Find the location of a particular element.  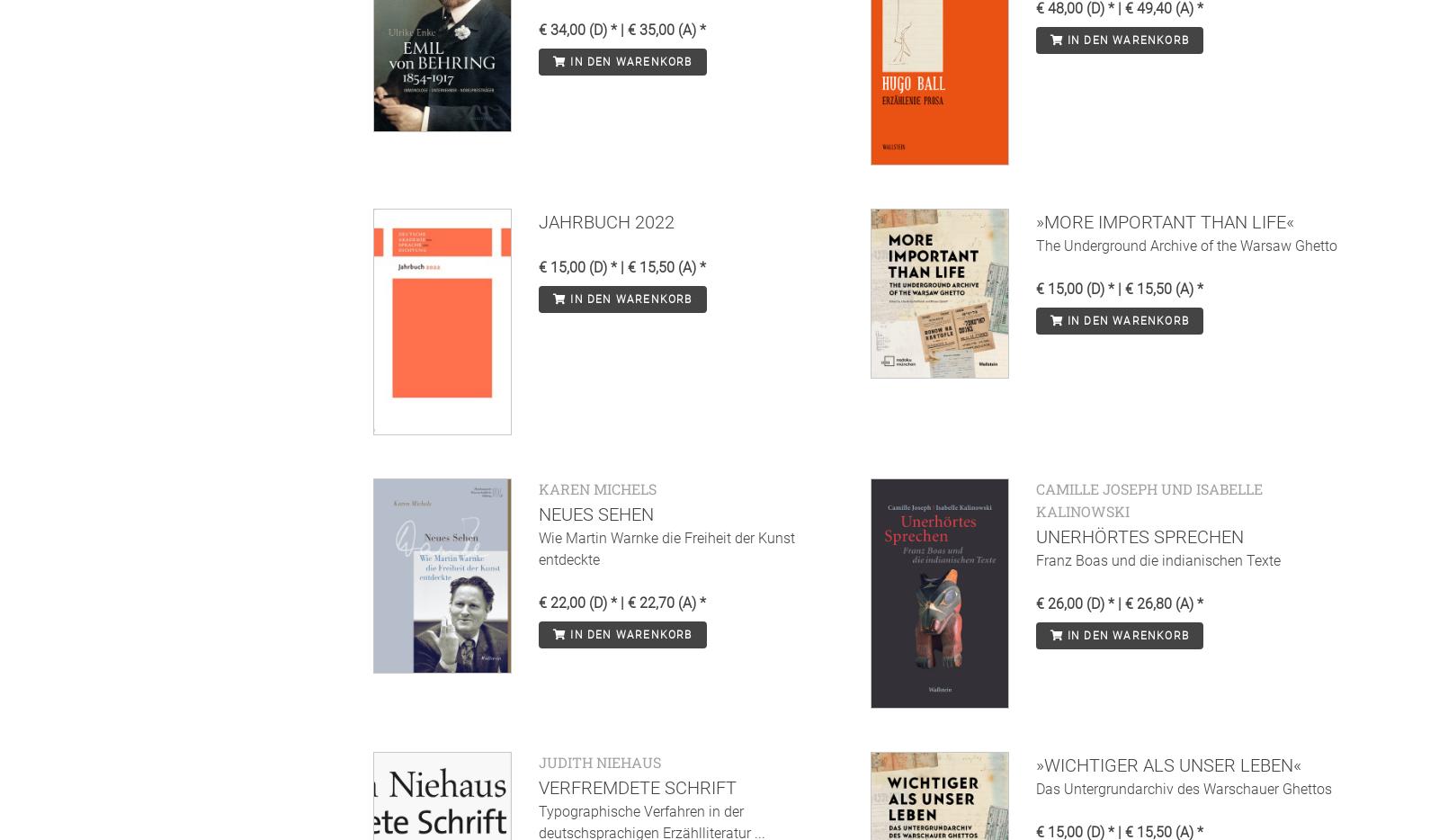

'»More Important than Life«' is located at coordinates (1163, 222).